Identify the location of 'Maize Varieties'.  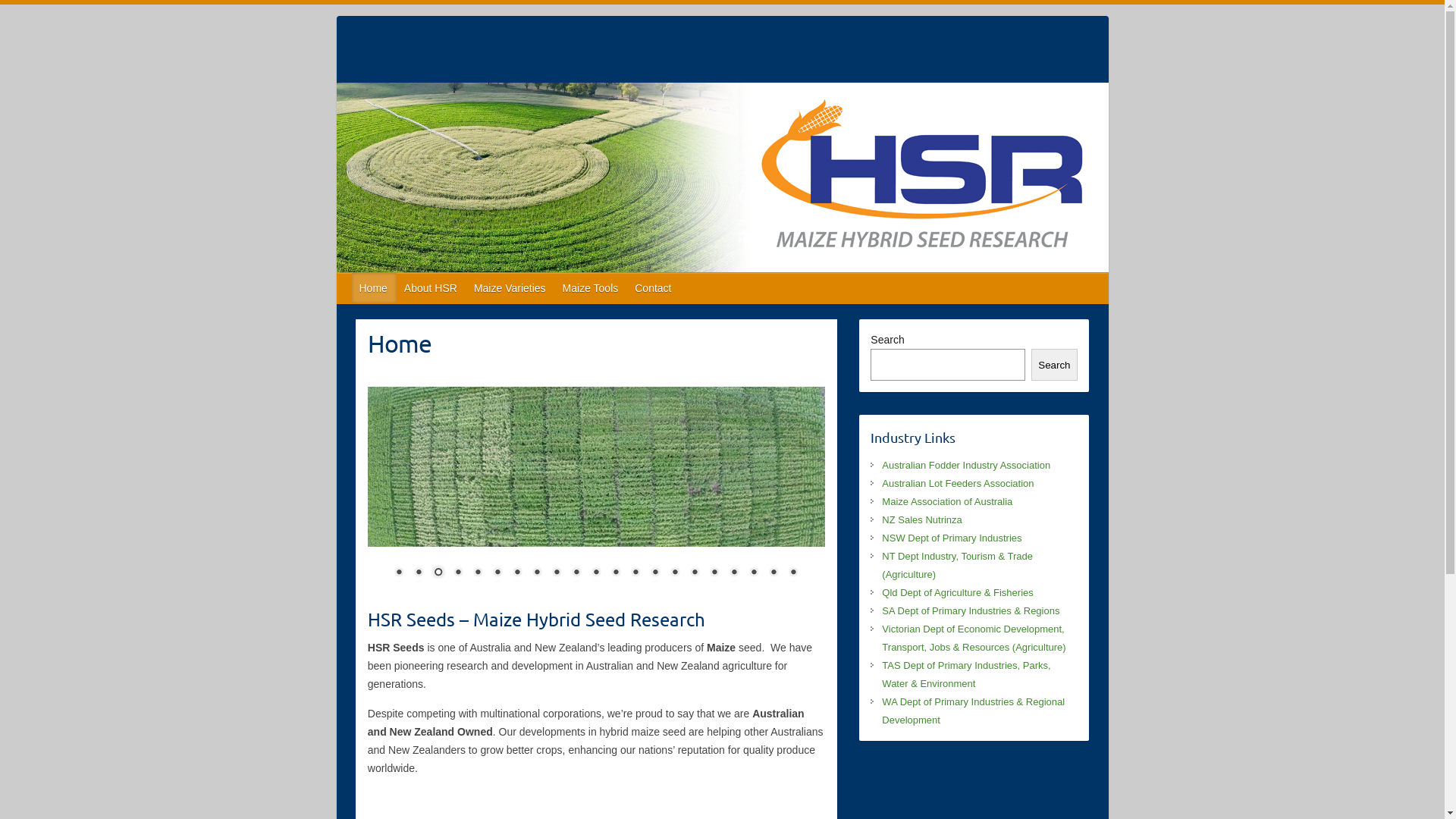
(510, 288).